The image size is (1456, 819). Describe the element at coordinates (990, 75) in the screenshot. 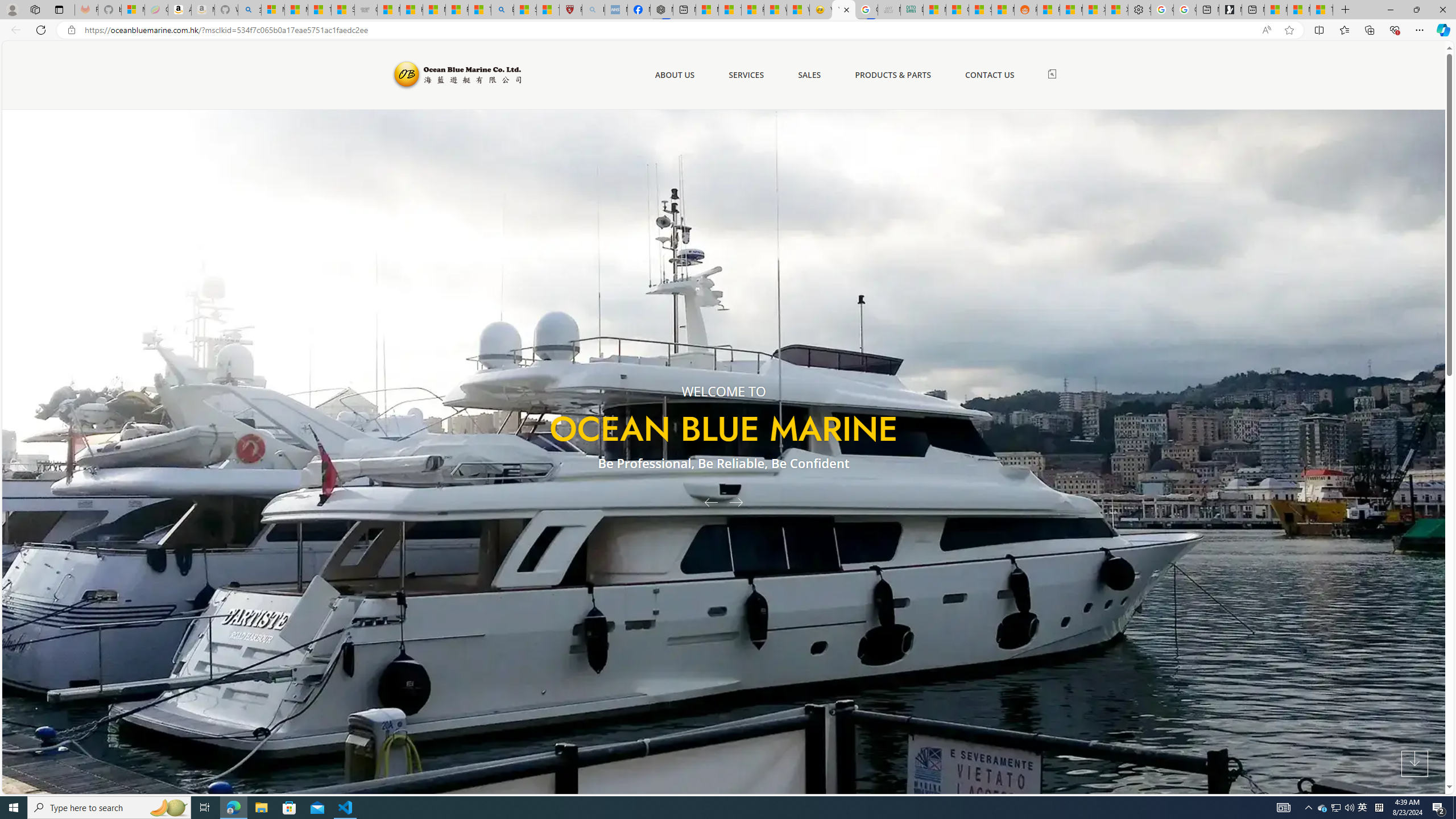

I see `'CONTACT US'` at that location.